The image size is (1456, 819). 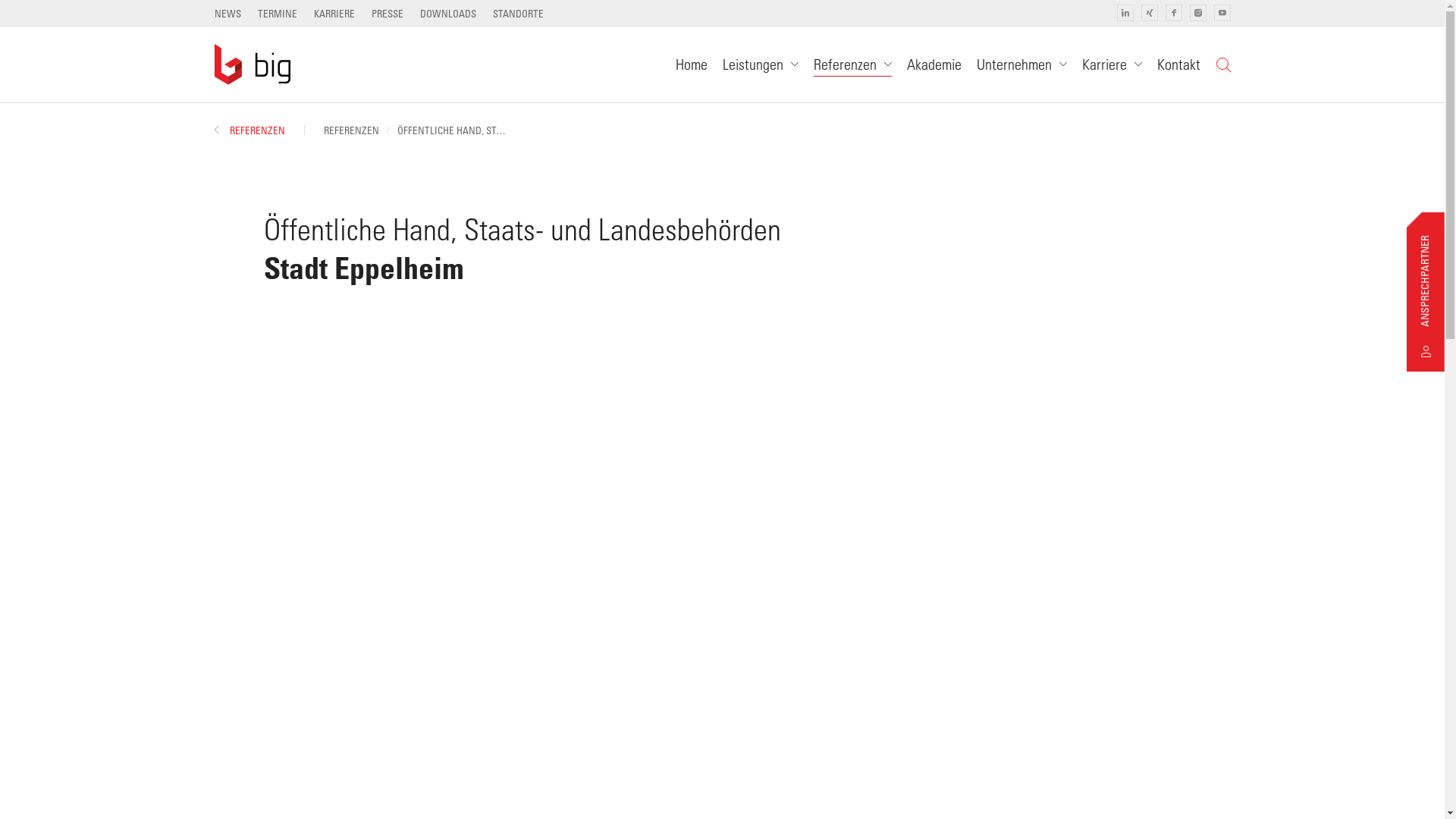 I want to click on 'DOWNLOADS', so click(x=447, y=13).